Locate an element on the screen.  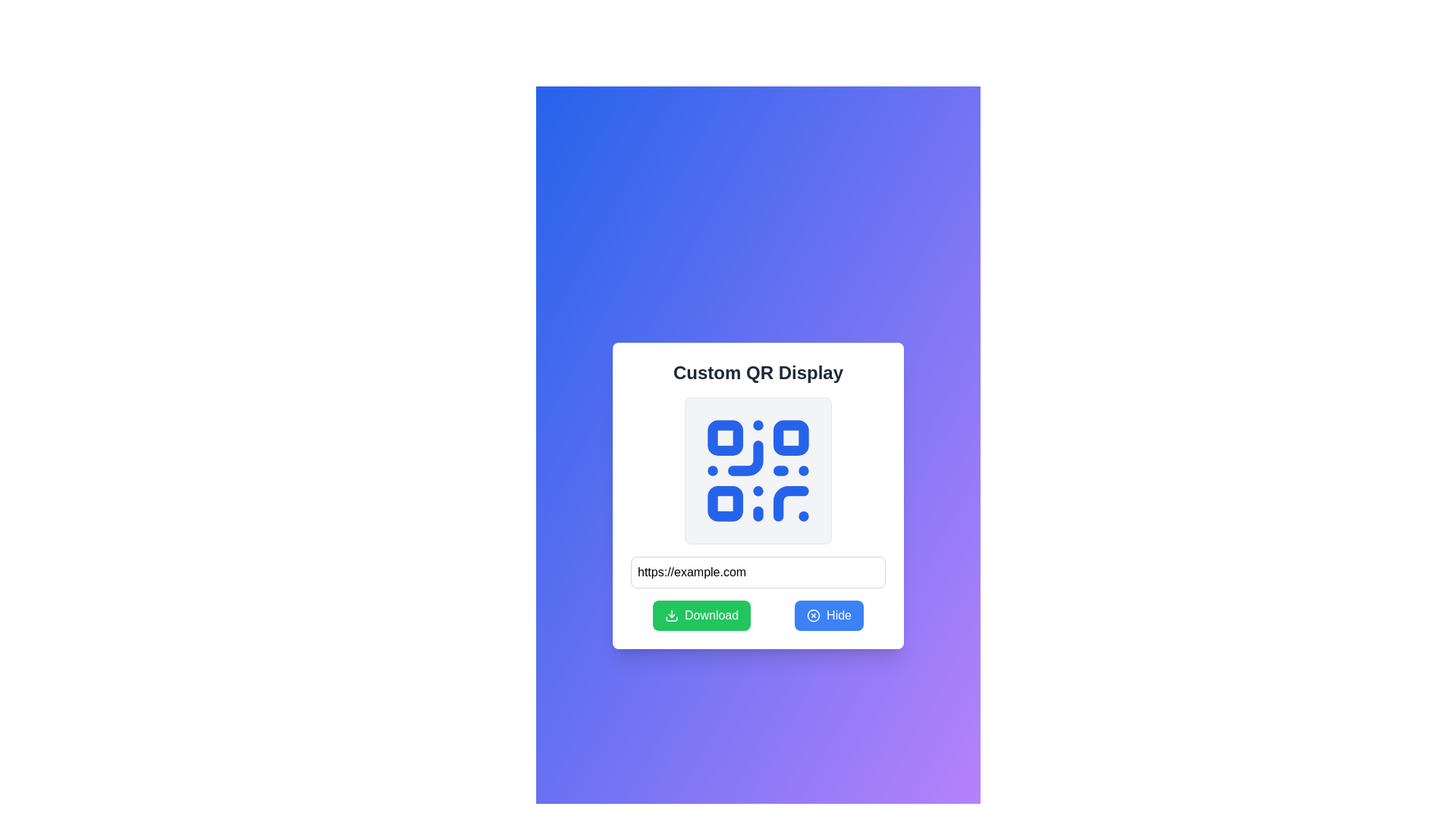
the small circular icon with an 'X' design inside the blue 'Hide' button is located at coordinates (813, 616).